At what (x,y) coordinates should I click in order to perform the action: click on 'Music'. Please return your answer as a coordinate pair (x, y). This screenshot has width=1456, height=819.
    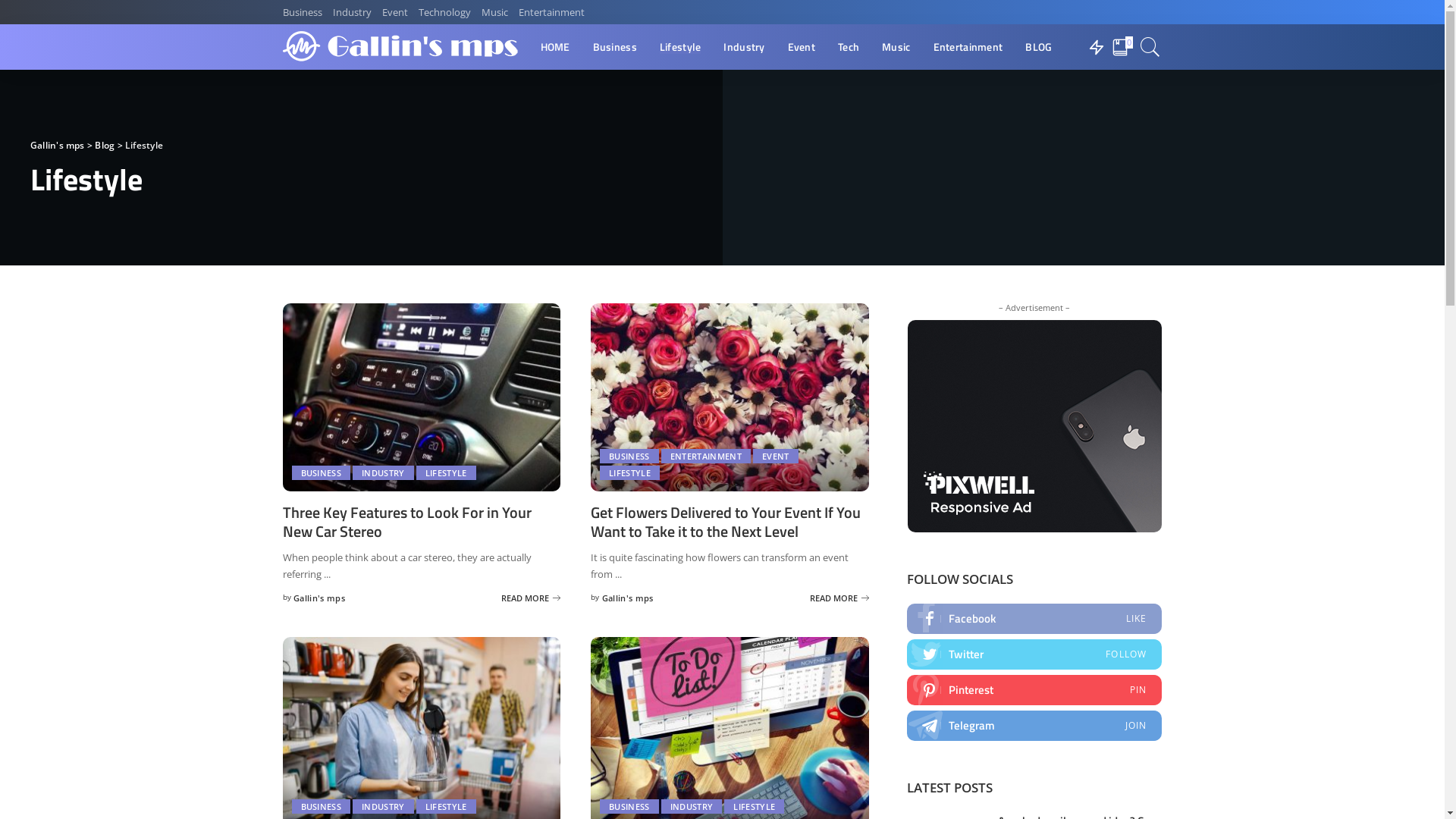
    Looking at the image, I should click on (896, 45).